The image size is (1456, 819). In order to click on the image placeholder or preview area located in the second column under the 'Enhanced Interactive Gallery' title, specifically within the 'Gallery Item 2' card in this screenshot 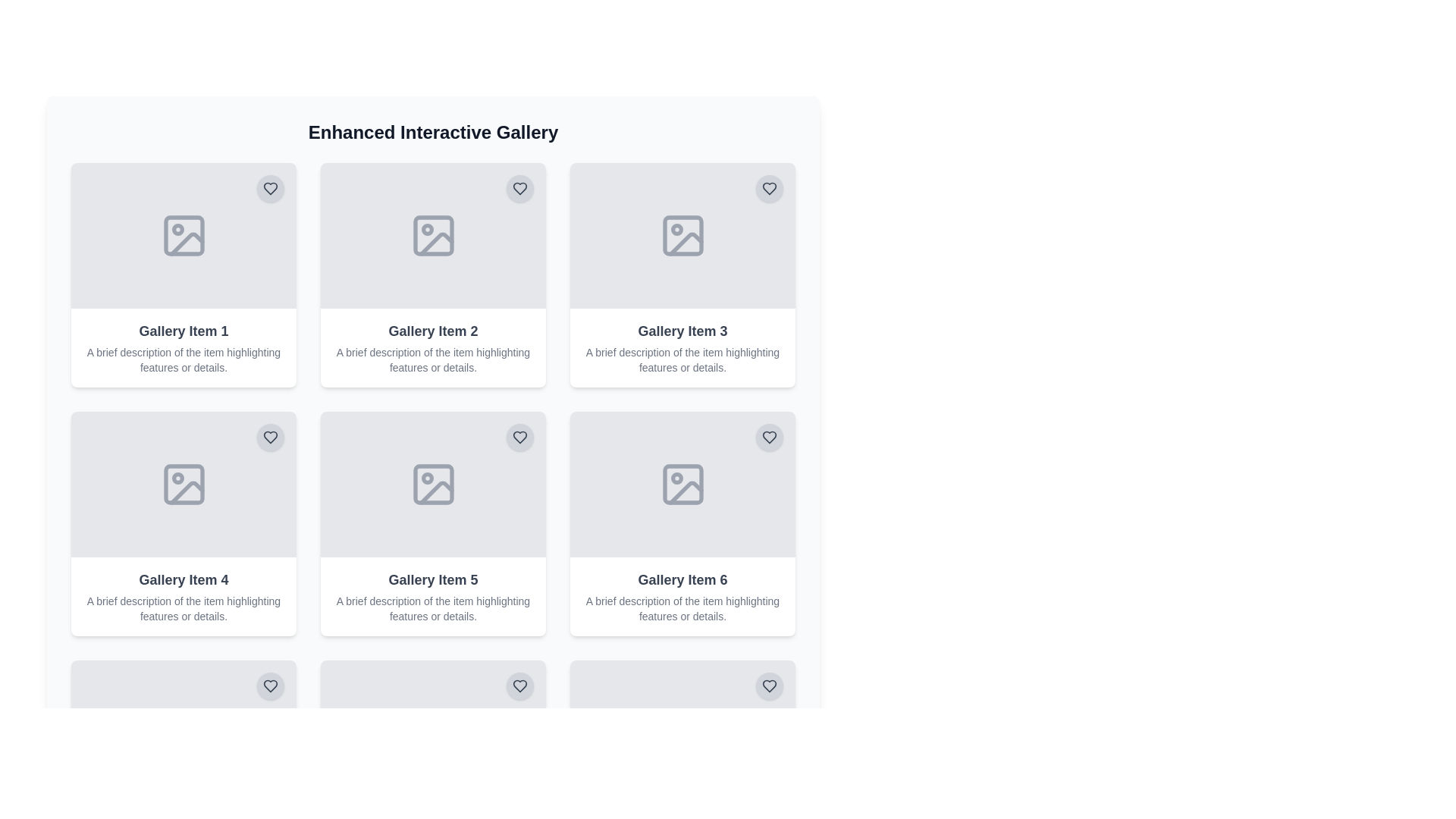, I will do `click(432, 236)`.